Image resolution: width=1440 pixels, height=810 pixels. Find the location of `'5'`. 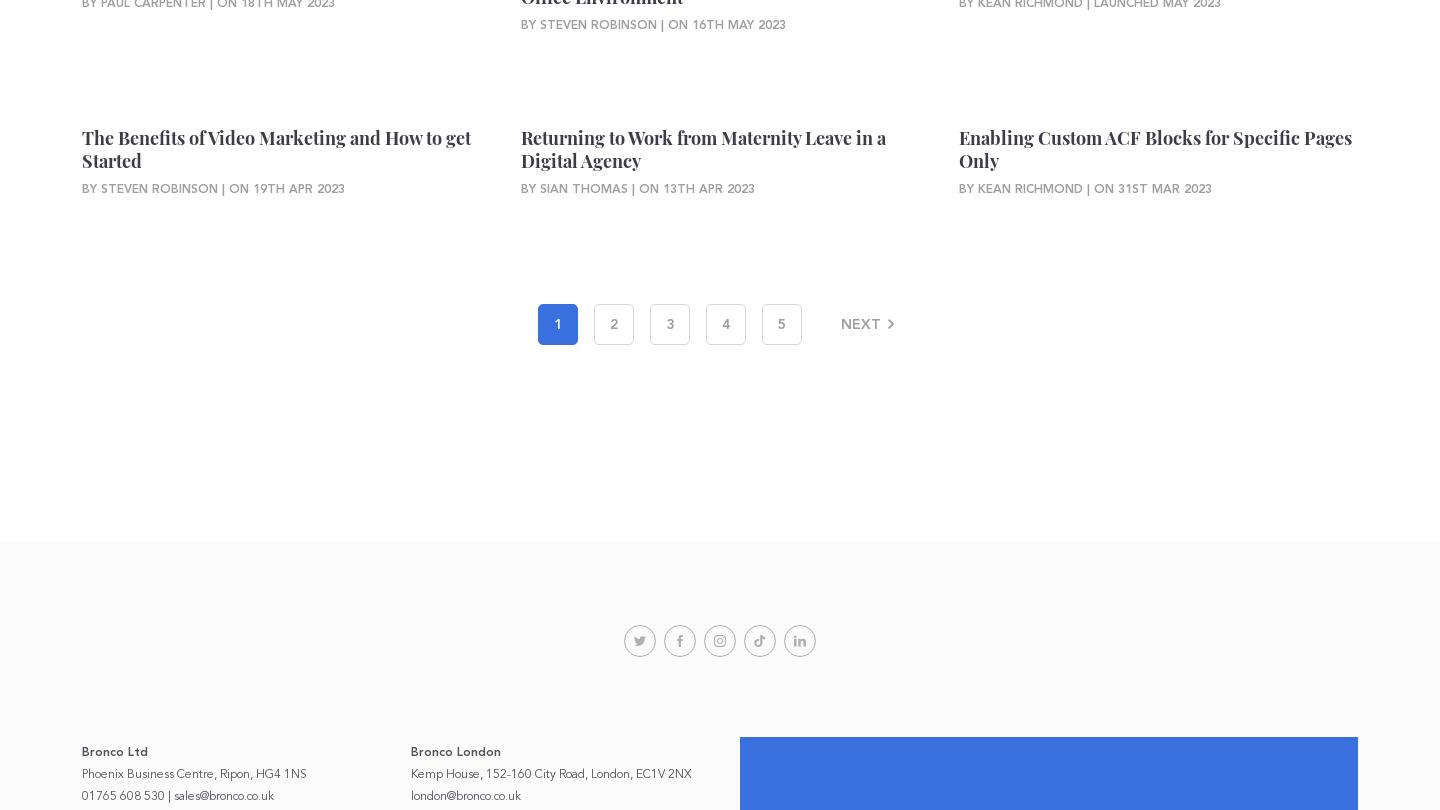

'5' is located at coordinates (777, 322).